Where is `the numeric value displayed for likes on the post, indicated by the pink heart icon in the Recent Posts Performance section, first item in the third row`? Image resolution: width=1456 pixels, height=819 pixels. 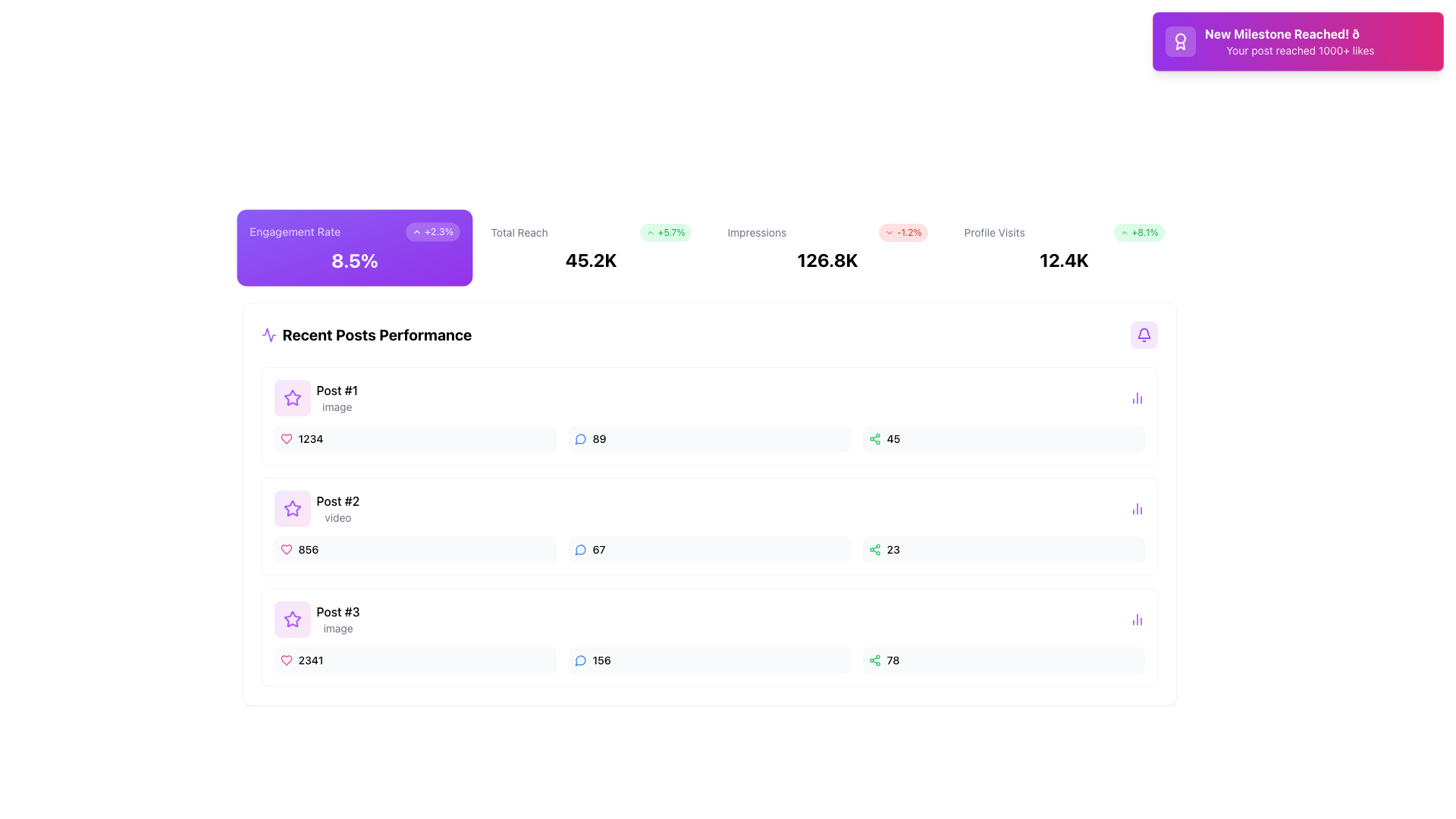
the numeric value displayed for likes on the post, indicated by the pink heart icon in the Recent Posts Performance section, first item in the third row is located at coordinates (415, 660).